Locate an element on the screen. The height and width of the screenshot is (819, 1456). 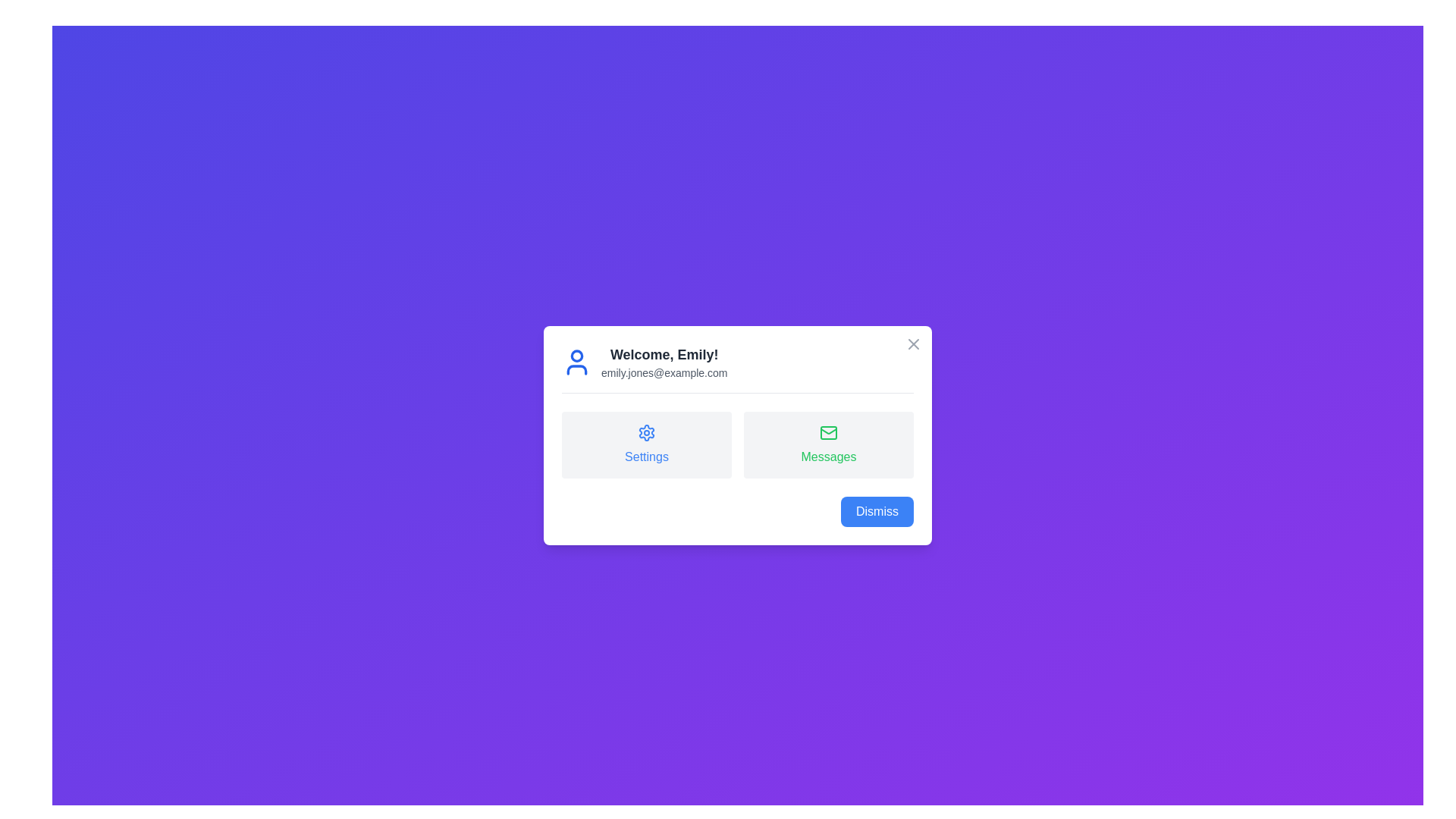
the Close icon (diagonal cross) inside the SVG element located at the top-right corner of the card interface is located at coordinates (912, 344).